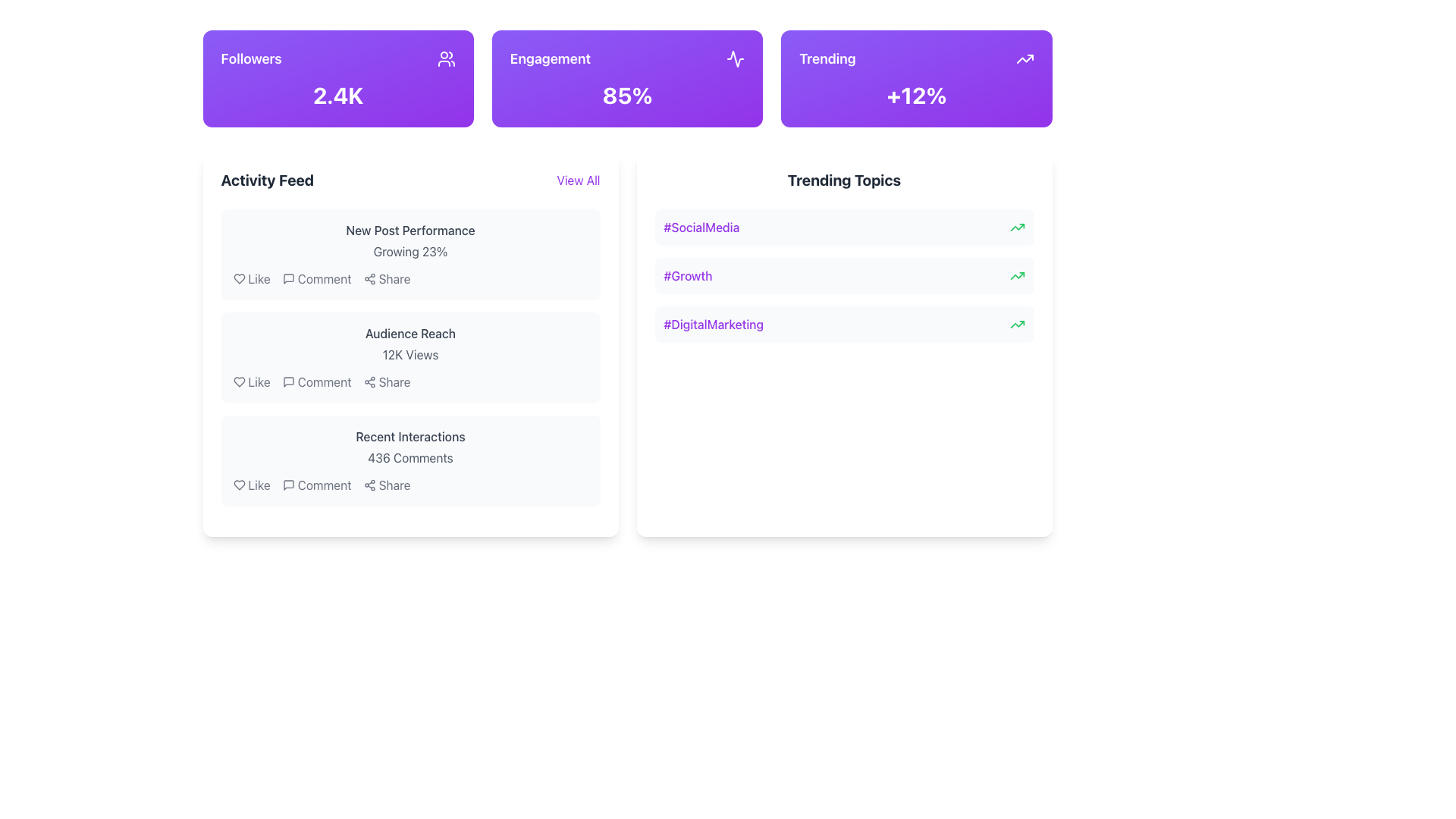 The height and width of the screenshot is (819, 1456). I want to click on the upward trend icon located in the center-right of the 'Trending' purple card, which indicates a 12% increase, so click(1025, 58).